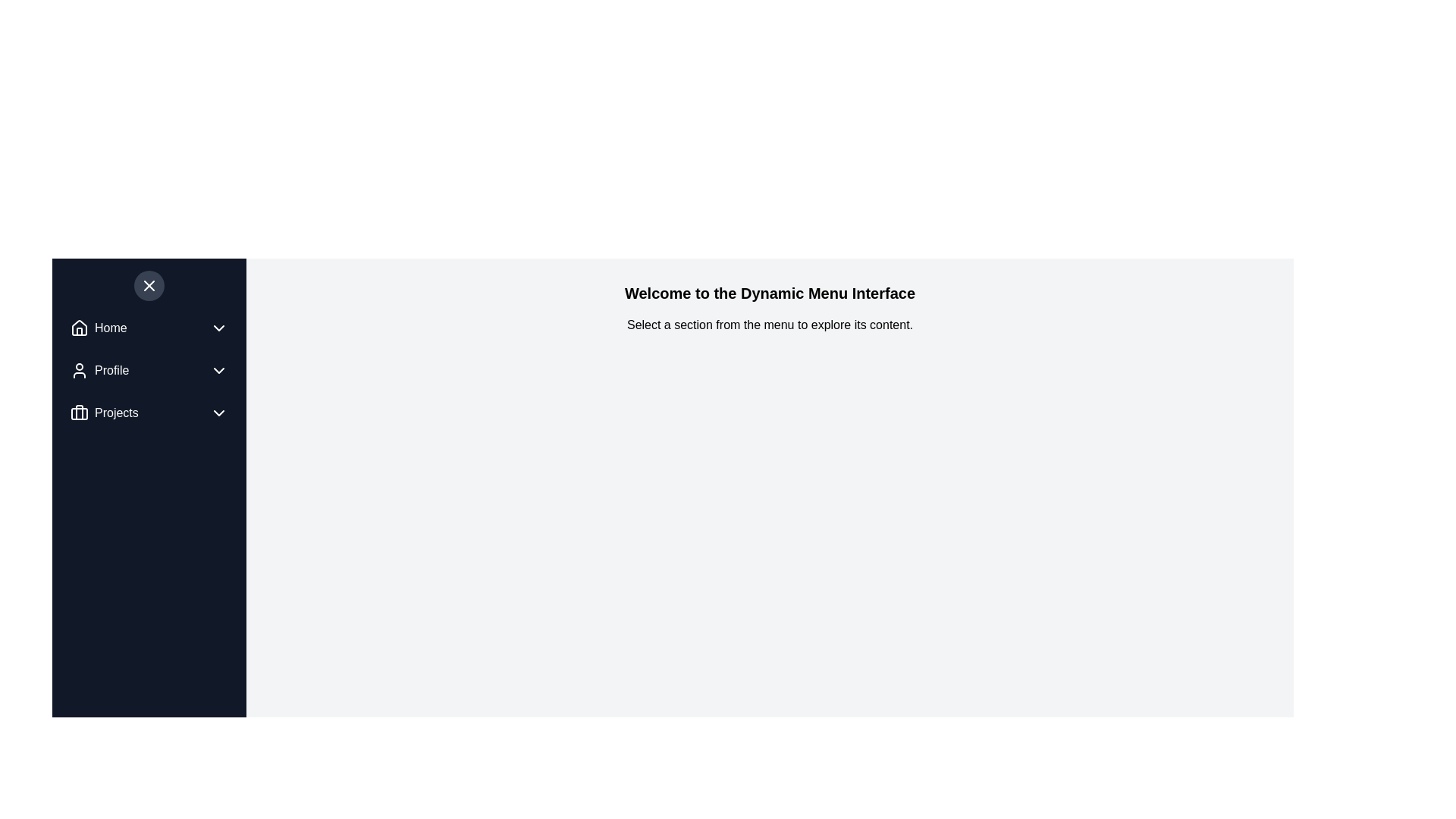  Describe the element at coordinates (149, 327) in the screenshot. I see `the dropdown indicator arrow on the 'Home' menu item` at that location.